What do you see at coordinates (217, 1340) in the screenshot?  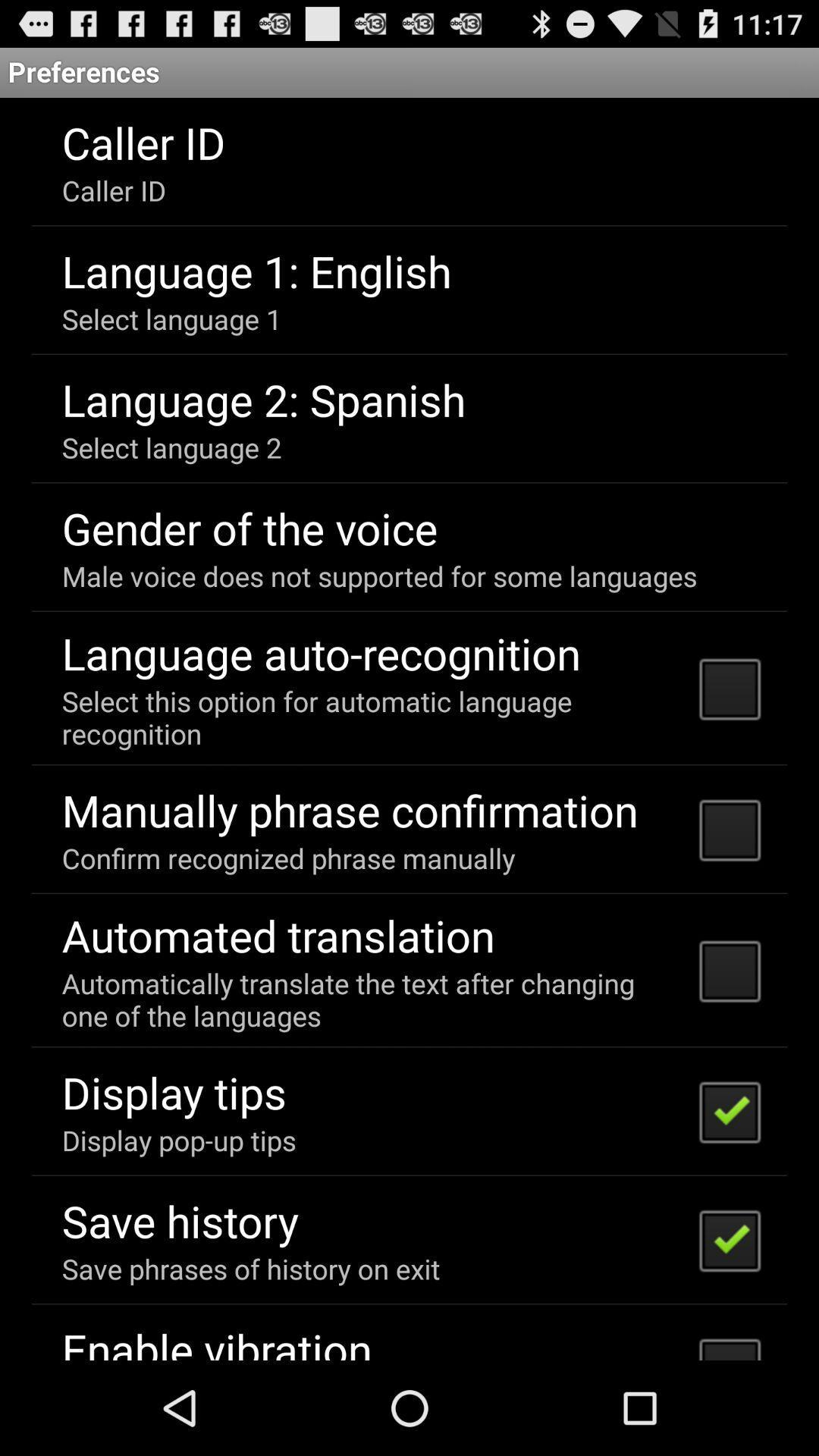 I see `the app below save phrases of` at bounding box center [217, 1340].